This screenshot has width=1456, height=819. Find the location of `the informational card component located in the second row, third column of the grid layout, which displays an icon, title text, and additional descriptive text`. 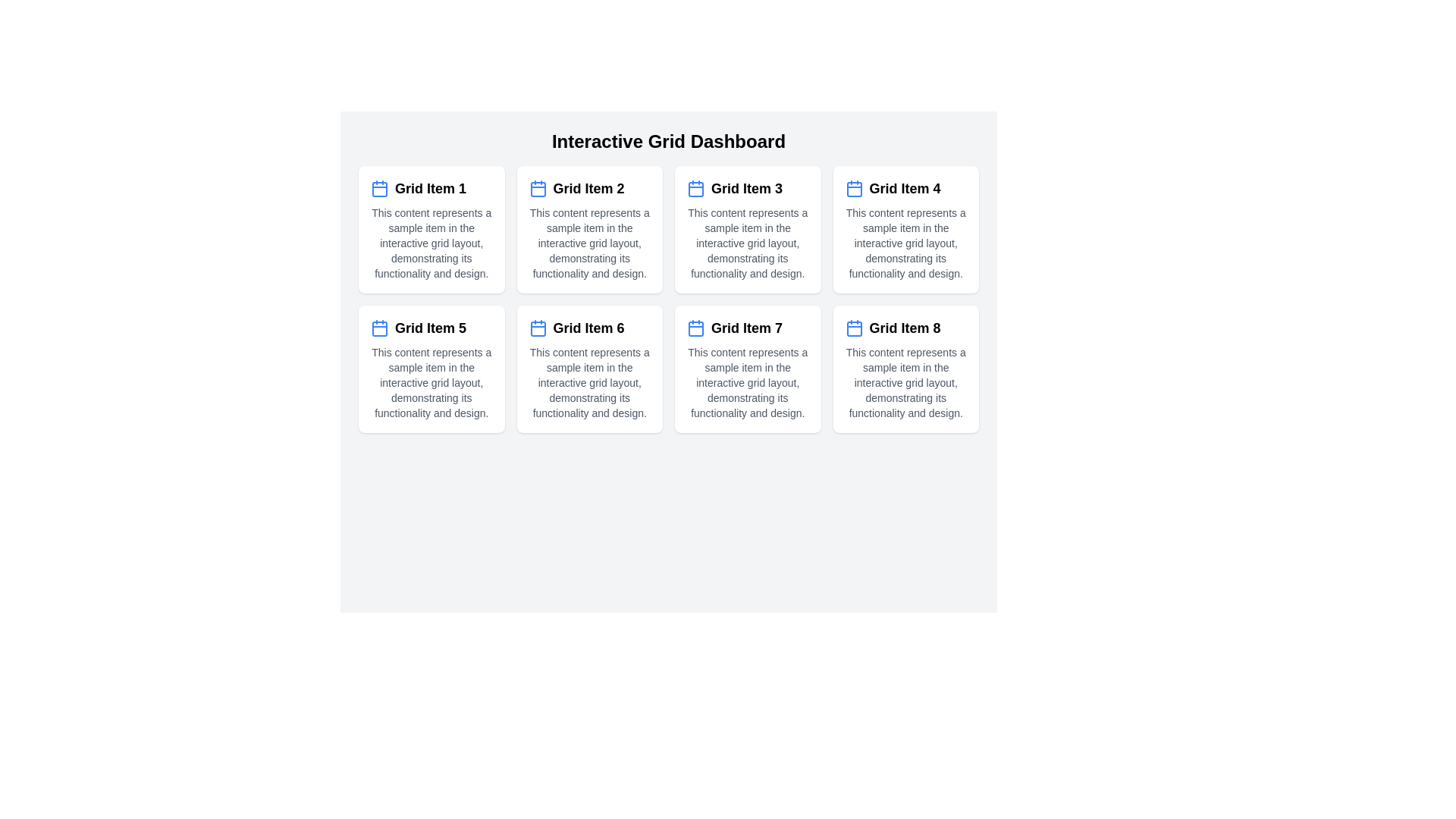

the informational card component located in the second row, third column of the grid layout, which displays an icon, title text, and additional descriptive text is located at coordinates (748, 369).